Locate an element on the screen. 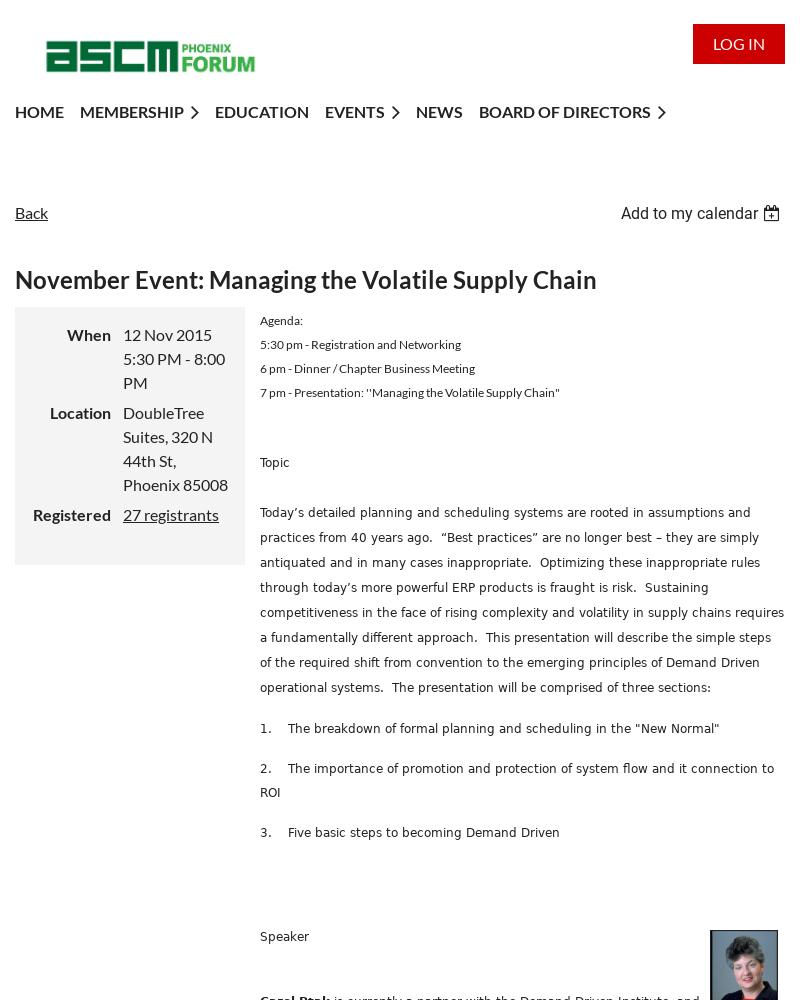 The image size is (800, 1000). '12 Nov 2015' is located at coordinates (167, 332).